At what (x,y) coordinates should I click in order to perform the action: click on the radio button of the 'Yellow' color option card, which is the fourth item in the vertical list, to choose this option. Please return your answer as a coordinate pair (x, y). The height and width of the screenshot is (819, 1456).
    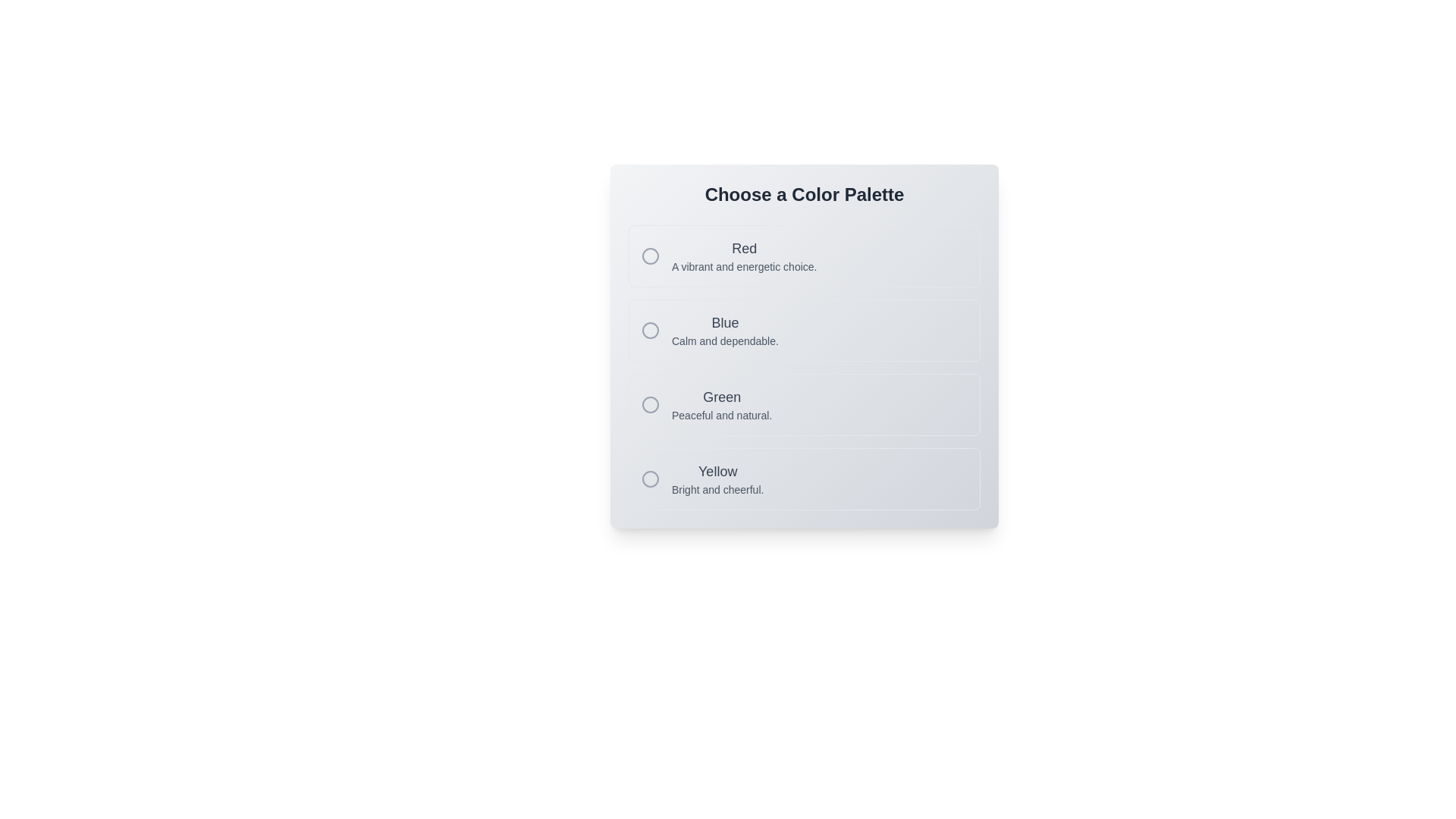
    Looking at the image, I should click on (803, 479).